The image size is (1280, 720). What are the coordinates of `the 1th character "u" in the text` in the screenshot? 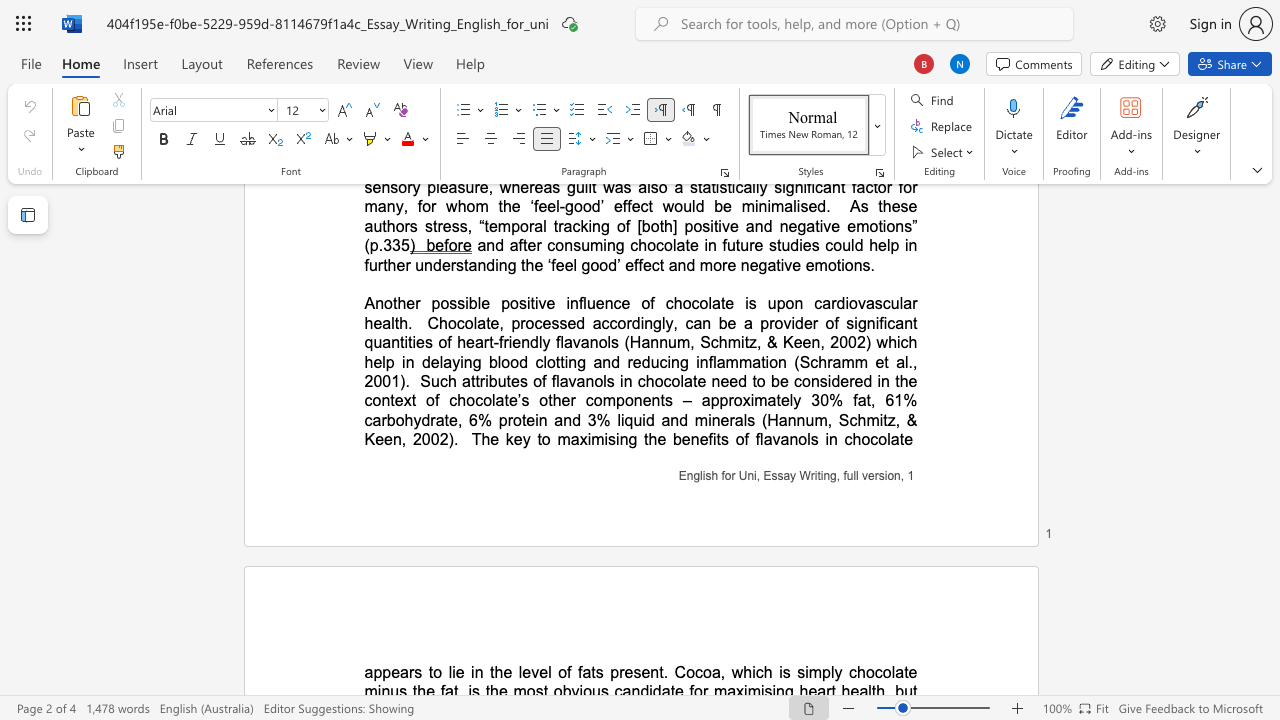 It's located at (850, 475).